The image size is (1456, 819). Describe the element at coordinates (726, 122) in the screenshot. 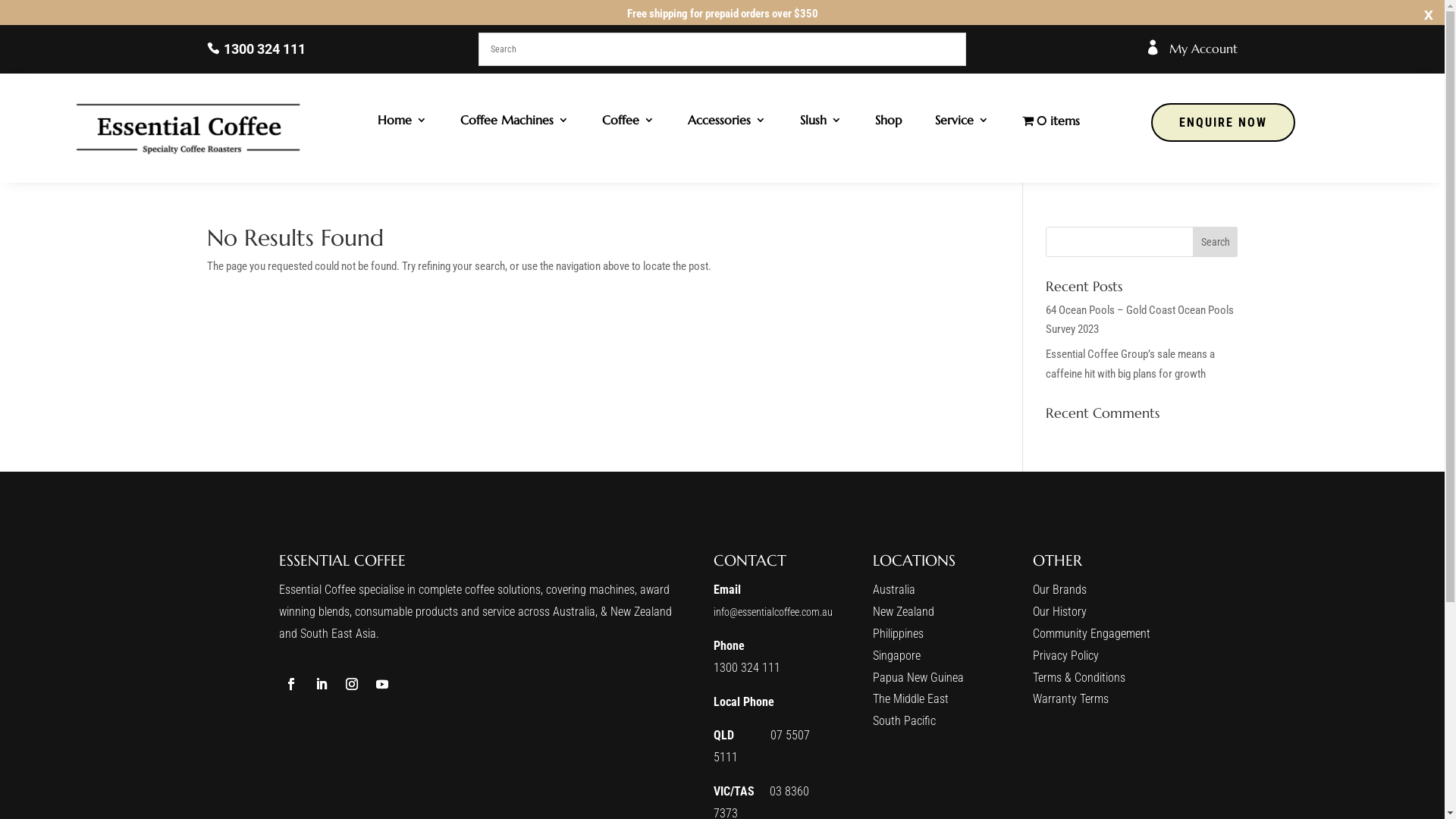

I see `'Accessories'` at that location.